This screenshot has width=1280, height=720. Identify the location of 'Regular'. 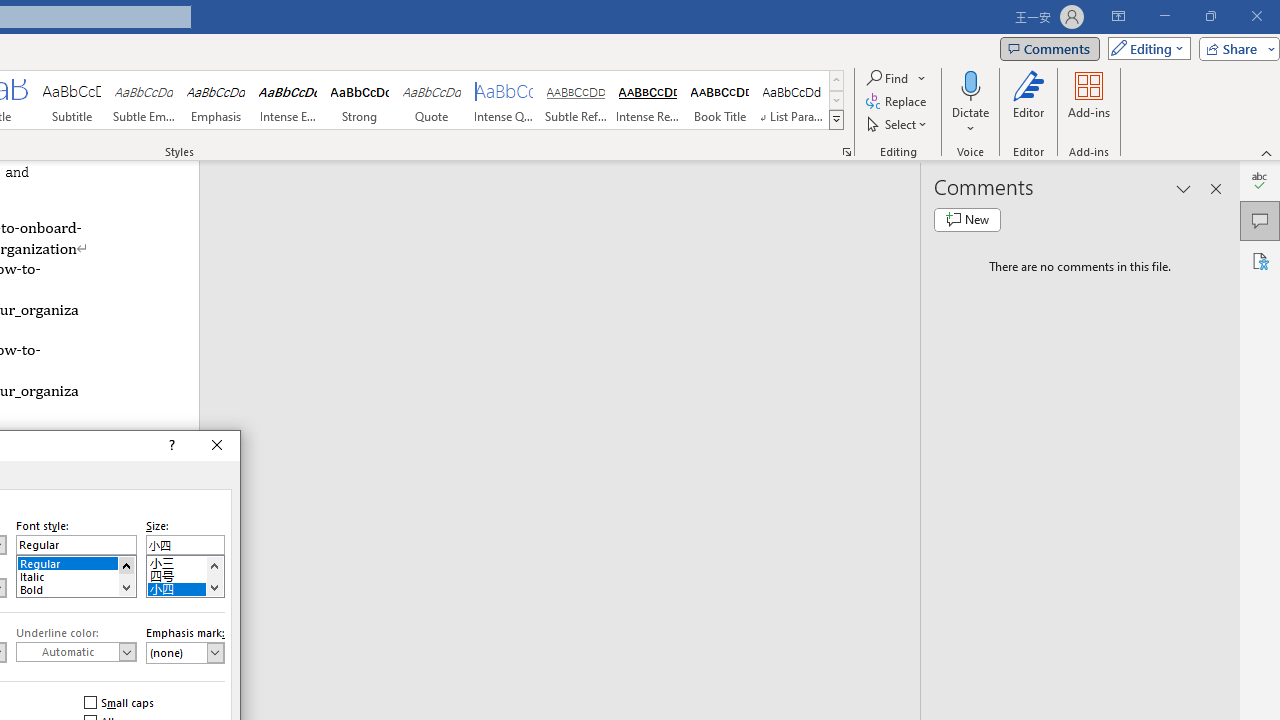
(76, 561).